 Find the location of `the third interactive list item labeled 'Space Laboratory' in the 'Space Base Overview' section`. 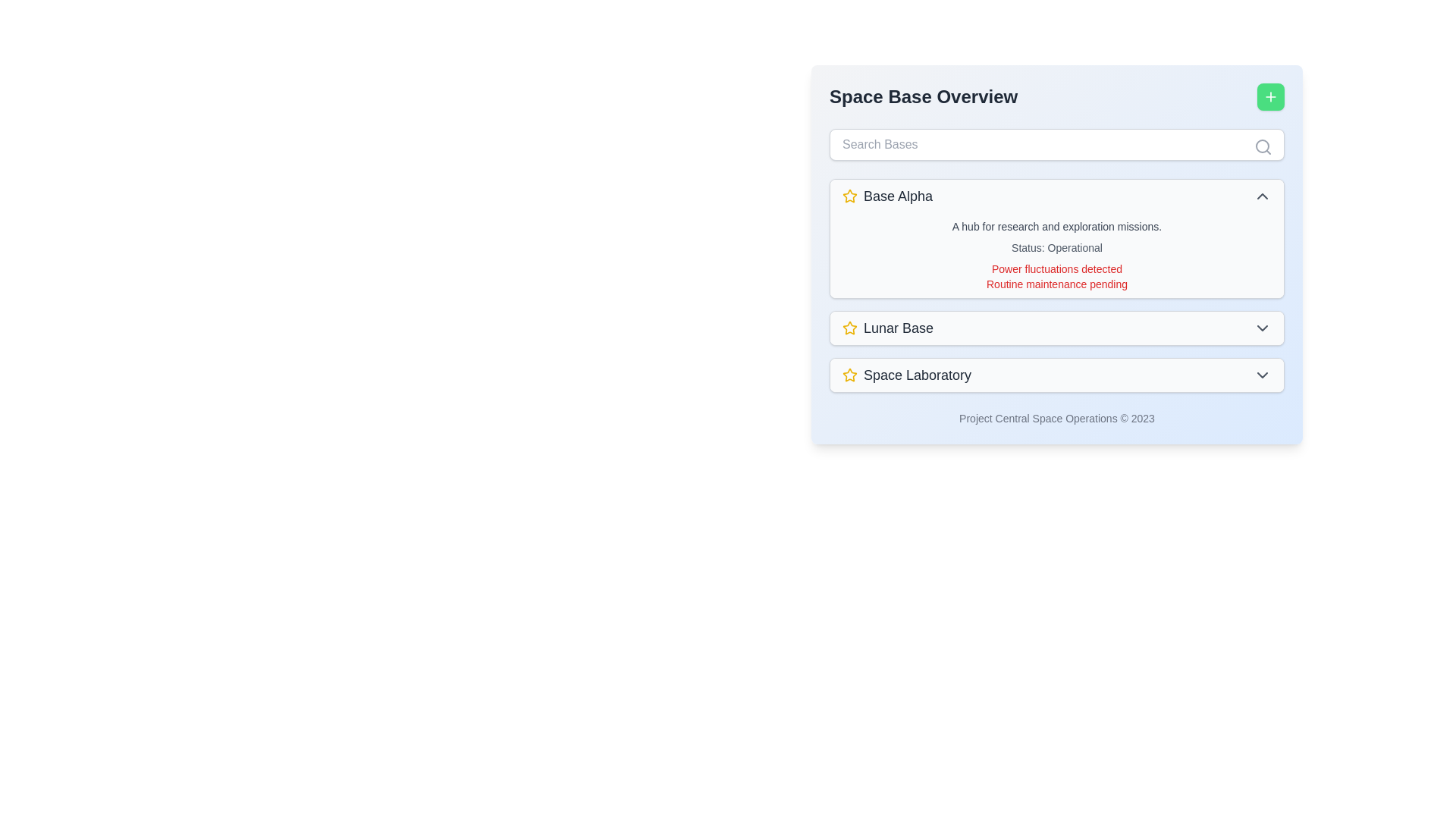

the third interactive list item labeled 'Space Laboratory' in the 'Space Base Overview' section is located at coordinates (1056, 375).